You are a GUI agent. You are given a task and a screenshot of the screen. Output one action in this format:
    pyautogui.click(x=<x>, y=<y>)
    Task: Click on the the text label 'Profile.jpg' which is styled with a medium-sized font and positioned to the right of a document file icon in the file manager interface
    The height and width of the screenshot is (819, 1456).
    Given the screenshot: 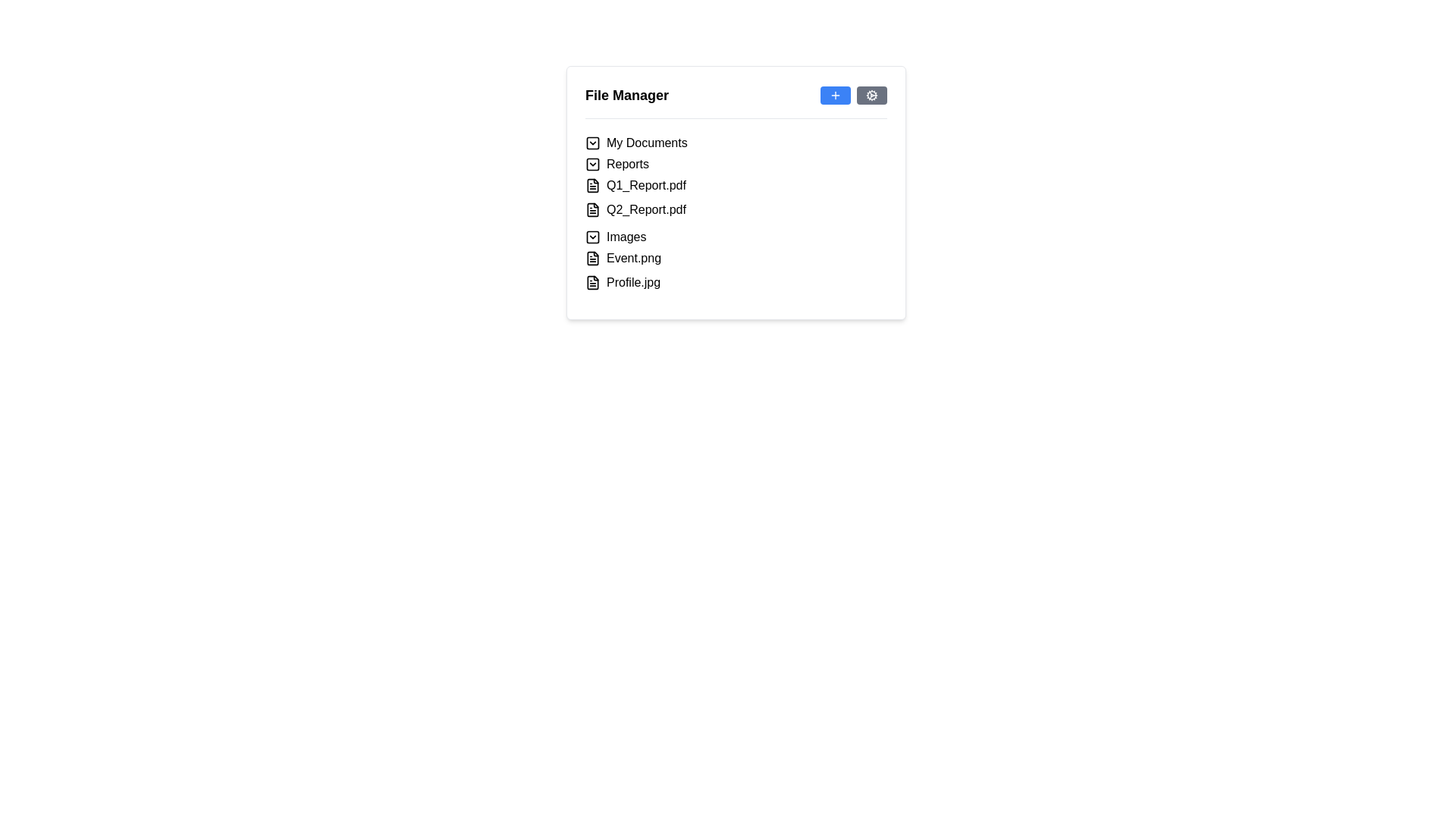 What is the action you would take?
    pyautogui.click(x=633, y=283)
    